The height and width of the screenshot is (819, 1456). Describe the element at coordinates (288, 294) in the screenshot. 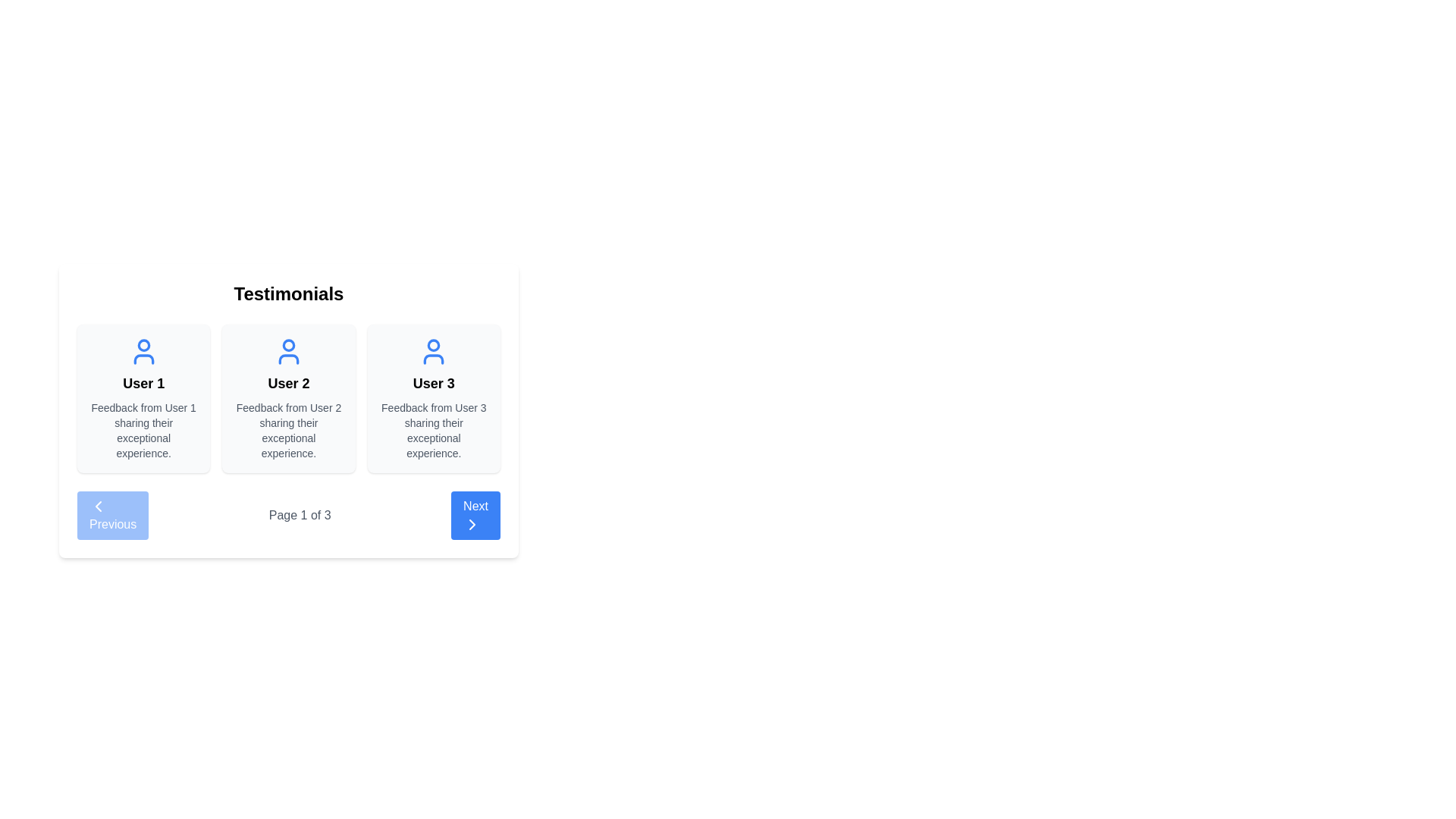

I see `the Header text that categorizes the subsequent content as testimonials, positioned at the top-center of the visible area above user feedback columns` at that location.